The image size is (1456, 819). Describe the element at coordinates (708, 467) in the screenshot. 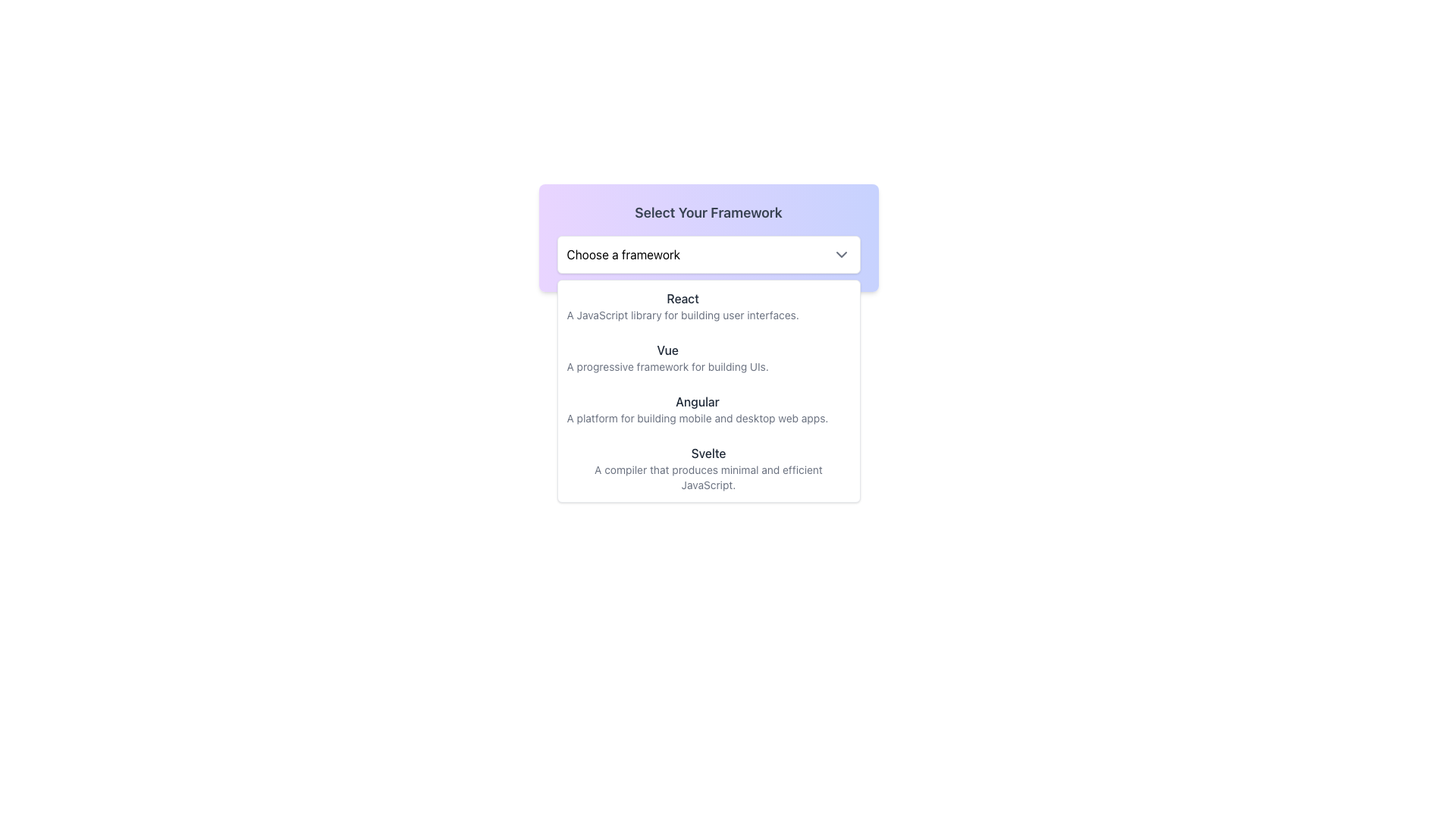

I see `the text block titled 'Svelte' with a descriptive line 'A compiler that produces minimal and efficient JavaScript' located in the fourth position under the 'Select Your Framework' heading` at that location.